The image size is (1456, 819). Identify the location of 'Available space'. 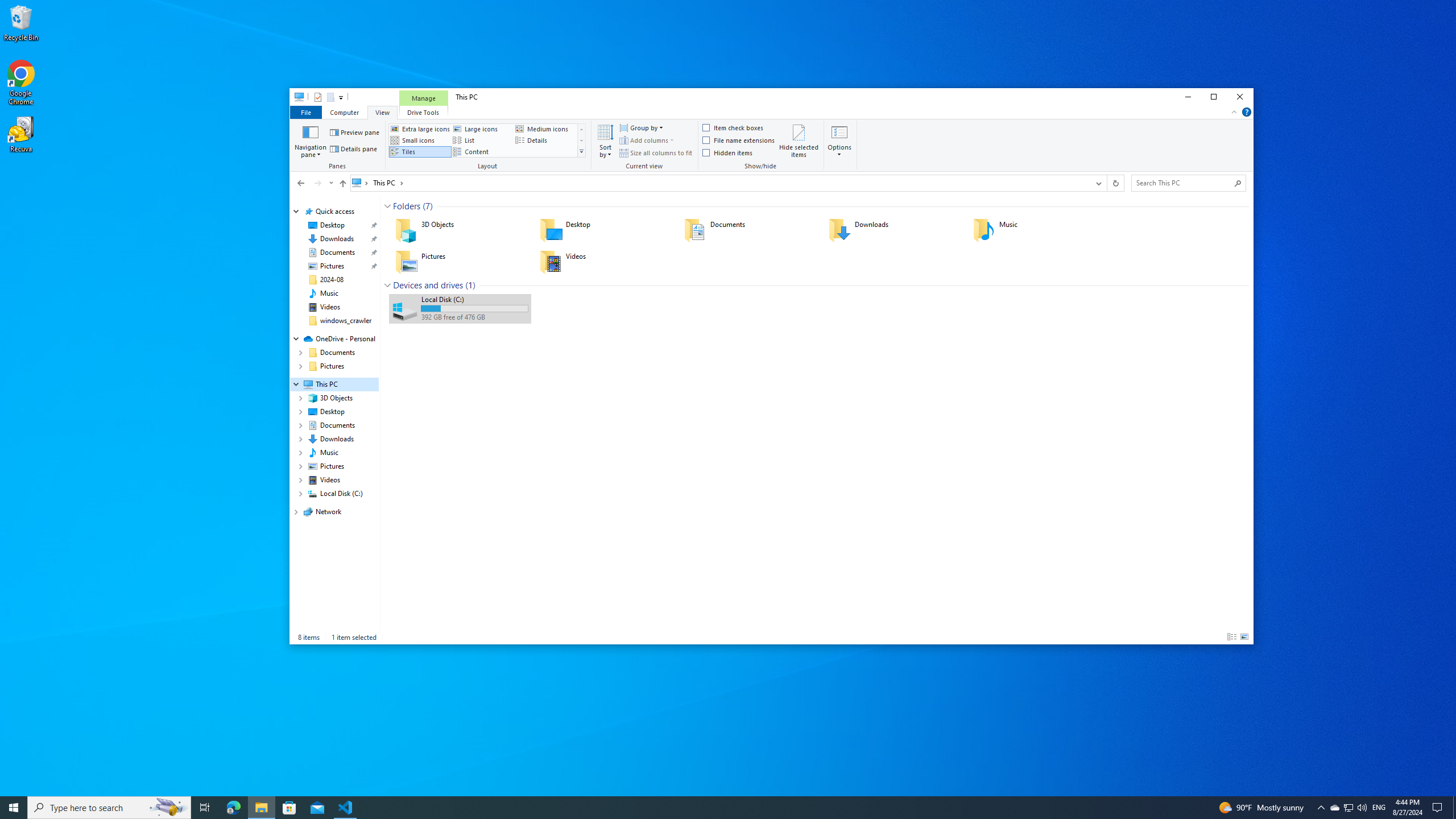
(474, 317).